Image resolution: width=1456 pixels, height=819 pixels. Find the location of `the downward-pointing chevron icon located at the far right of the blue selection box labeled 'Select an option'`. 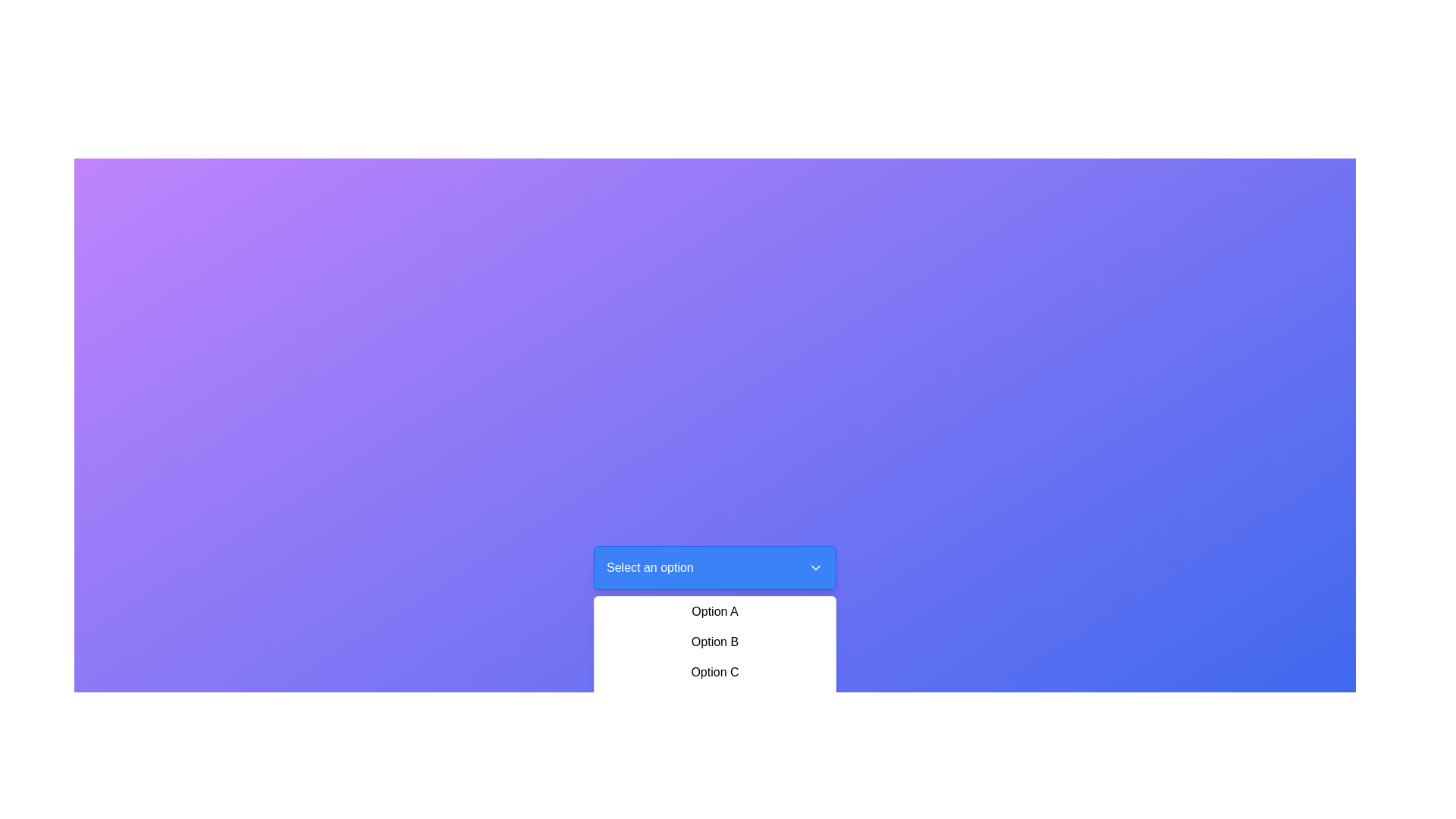

the downward-pointing chevron icon located at the far right of the blue selection box labeled 'Select an option' is located at coordinates (814, 567).